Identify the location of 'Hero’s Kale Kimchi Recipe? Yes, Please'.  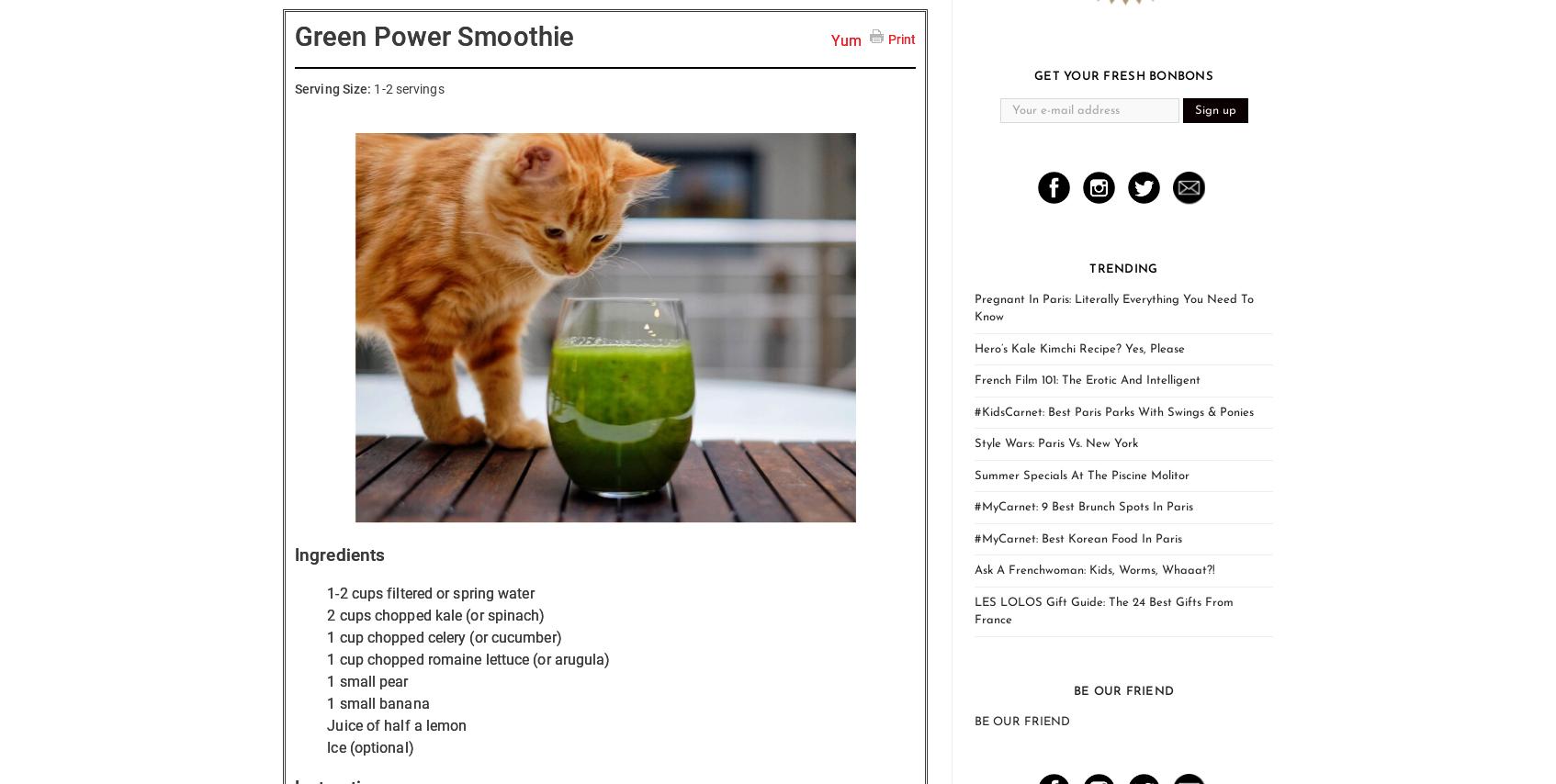
(1079, 347).